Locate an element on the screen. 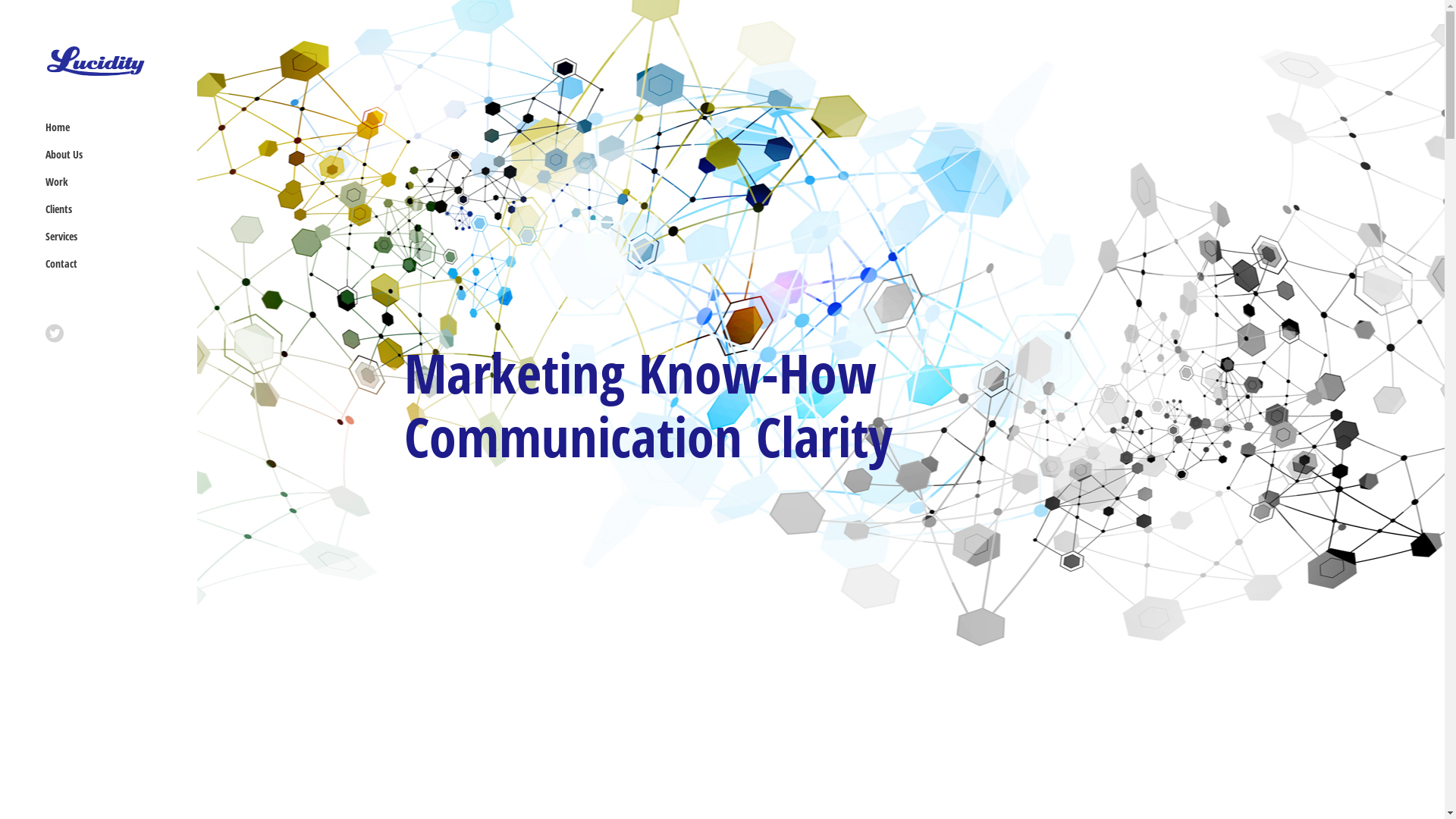 The image size is (1456, 819). 'Clients' is located at coordinates (45, 209).